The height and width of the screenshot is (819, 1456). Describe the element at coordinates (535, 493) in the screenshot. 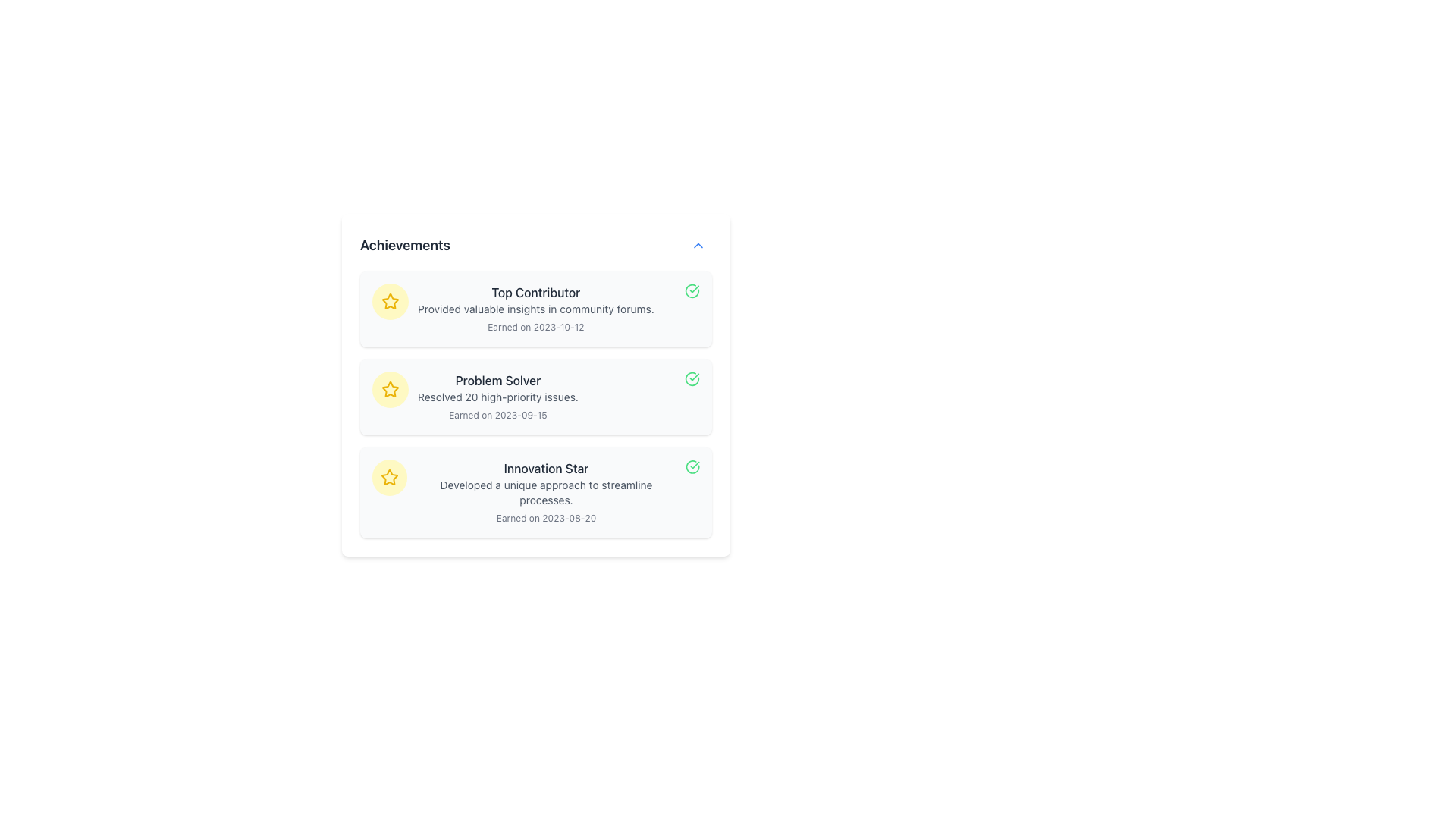

I see `the 'Innovation Star' informational card, which is the last item in the vertical list of achievement cards with a light gray background and rounded corners` at that location.